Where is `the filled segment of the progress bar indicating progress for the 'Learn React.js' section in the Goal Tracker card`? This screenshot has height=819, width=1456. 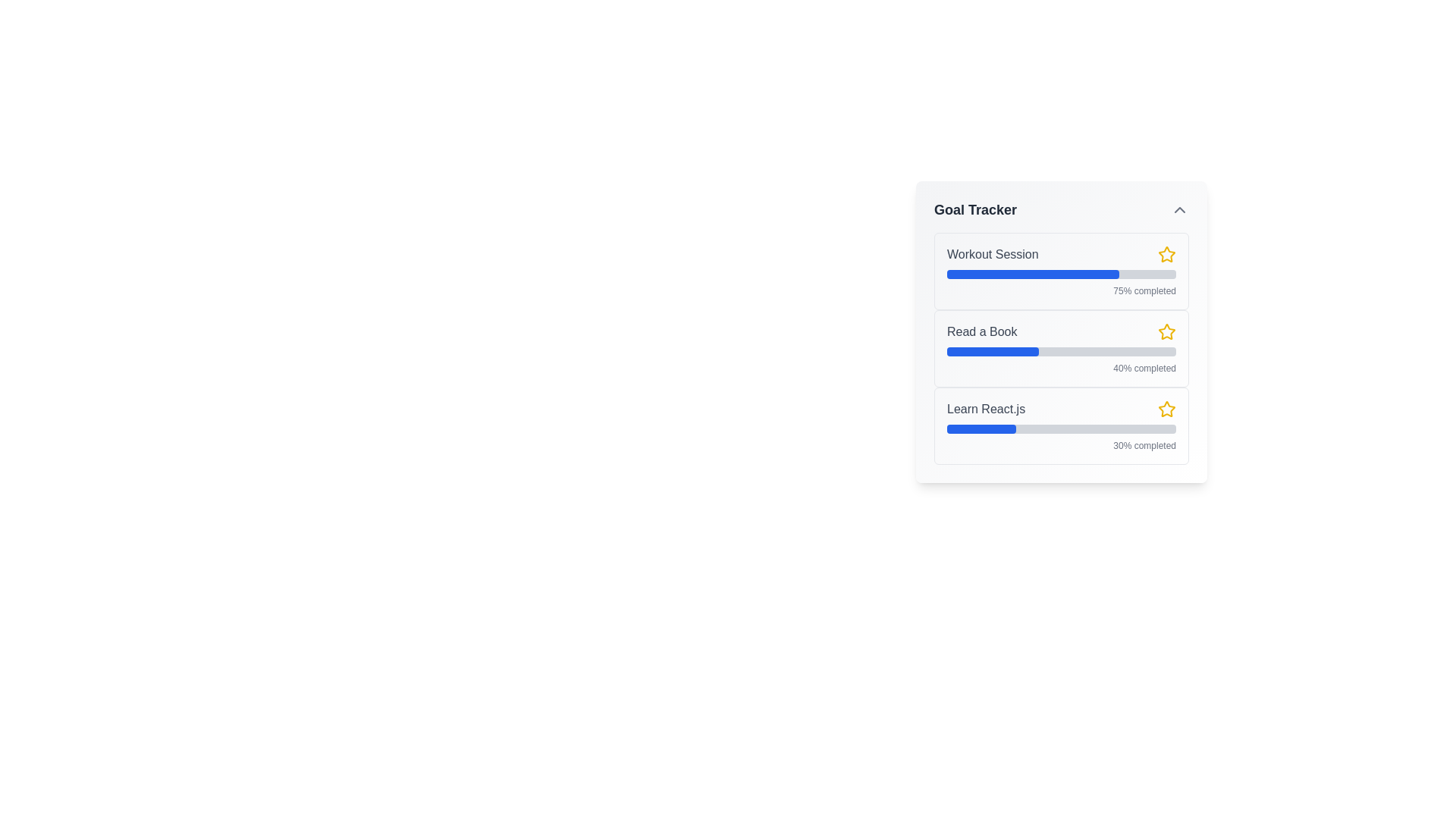
the filled segment of the progress bar indicating progress for the 'Learn React.js' section in the Goal Tracker card is located at coordinates (981, 429).